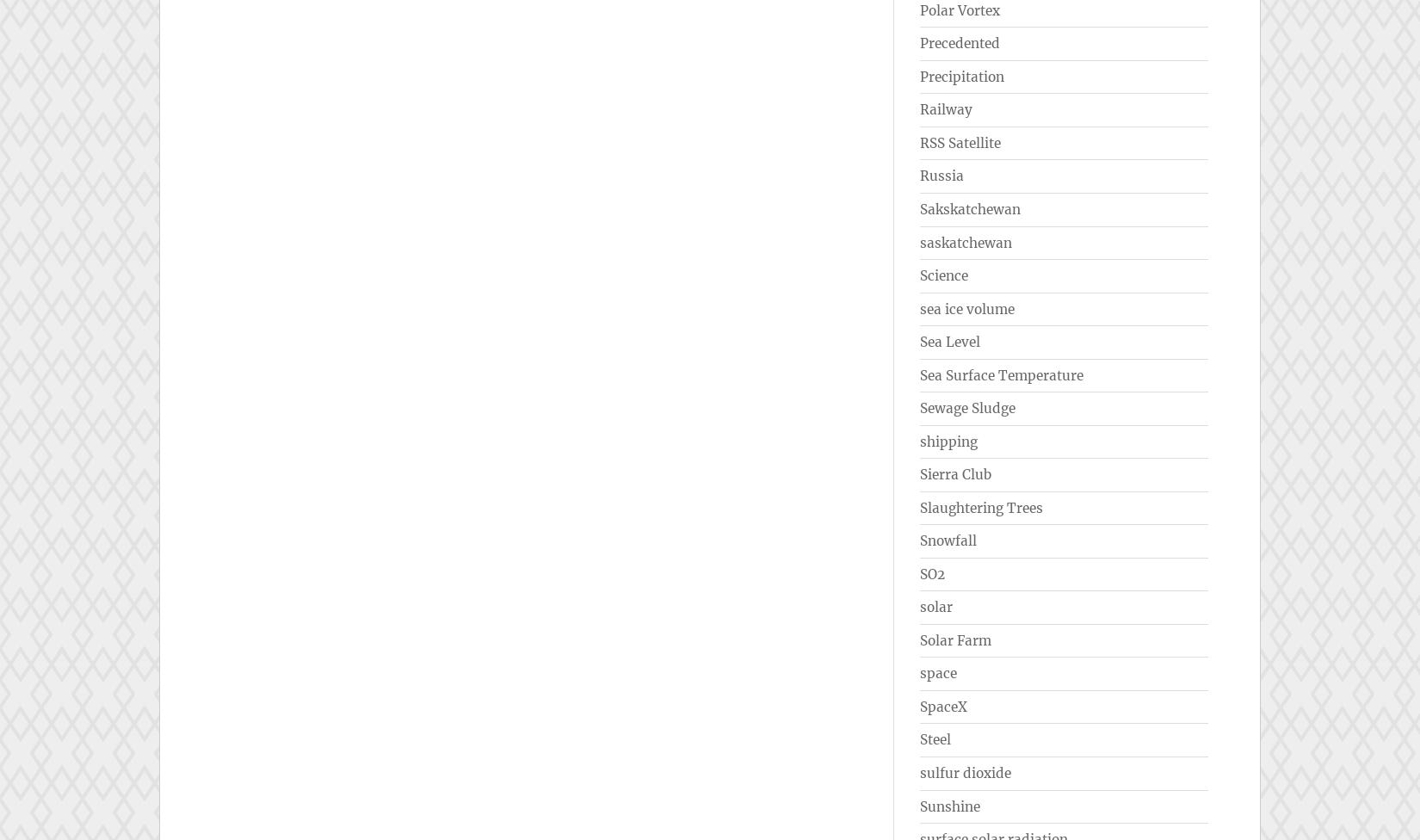  I want to click on 'Sakskatchewan', so click(970, 207).